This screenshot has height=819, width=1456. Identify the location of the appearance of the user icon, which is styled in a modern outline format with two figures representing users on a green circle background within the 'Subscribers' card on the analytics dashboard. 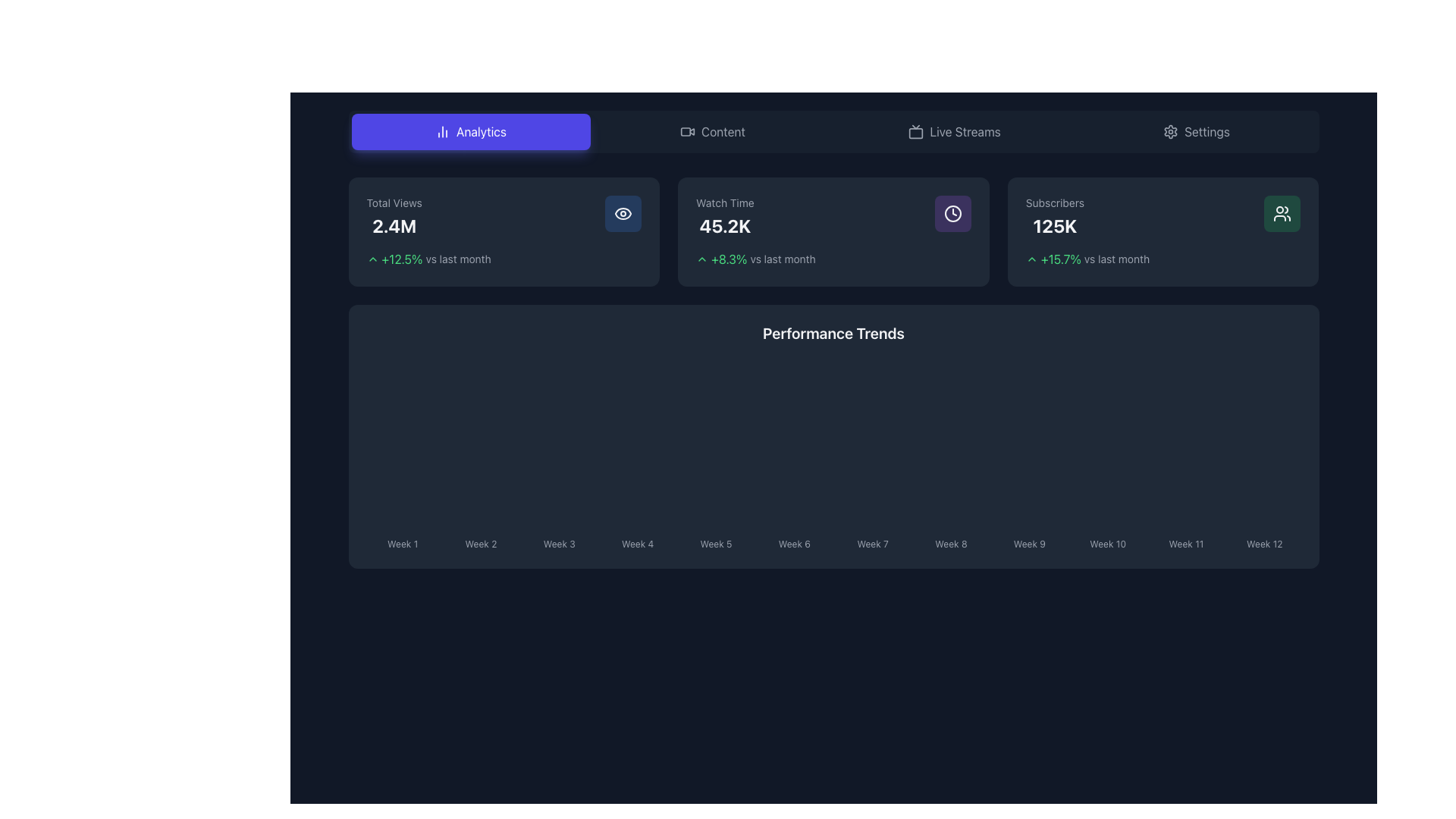
(1282, 213).